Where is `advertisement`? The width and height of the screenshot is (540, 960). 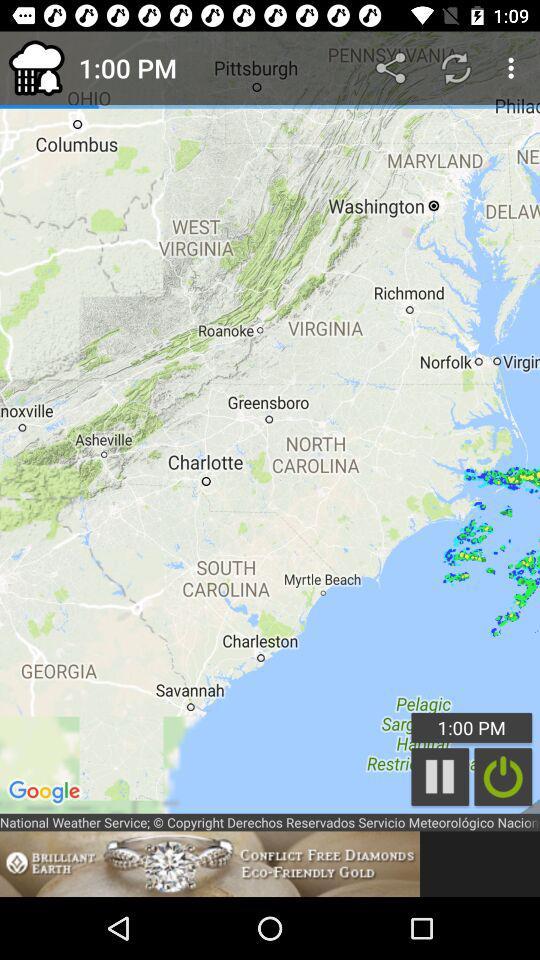 advertisement is located at coordinates (209, 863).